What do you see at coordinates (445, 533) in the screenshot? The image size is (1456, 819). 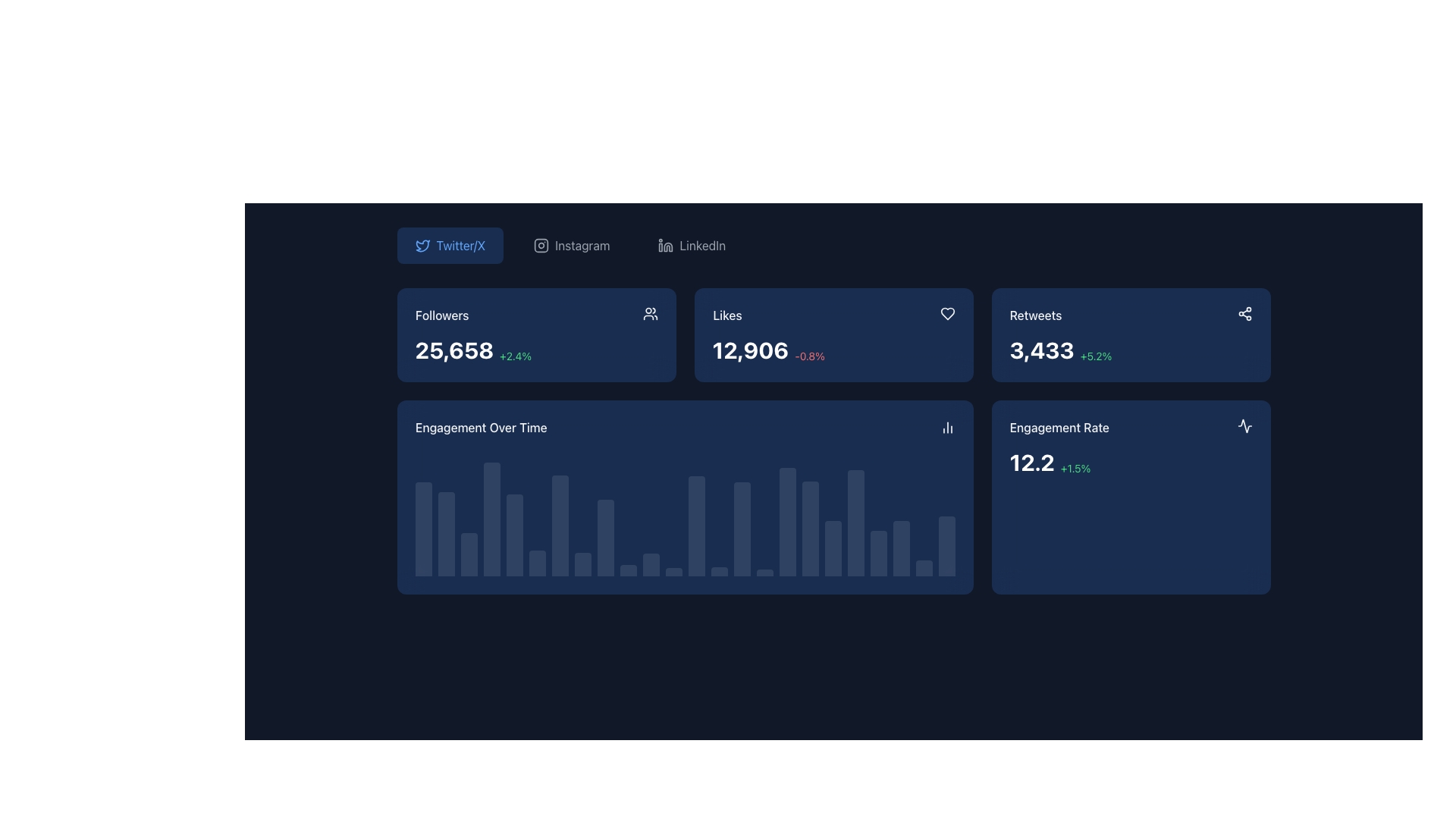 I see `the second vertical bar` at bounding box center [445, 533].